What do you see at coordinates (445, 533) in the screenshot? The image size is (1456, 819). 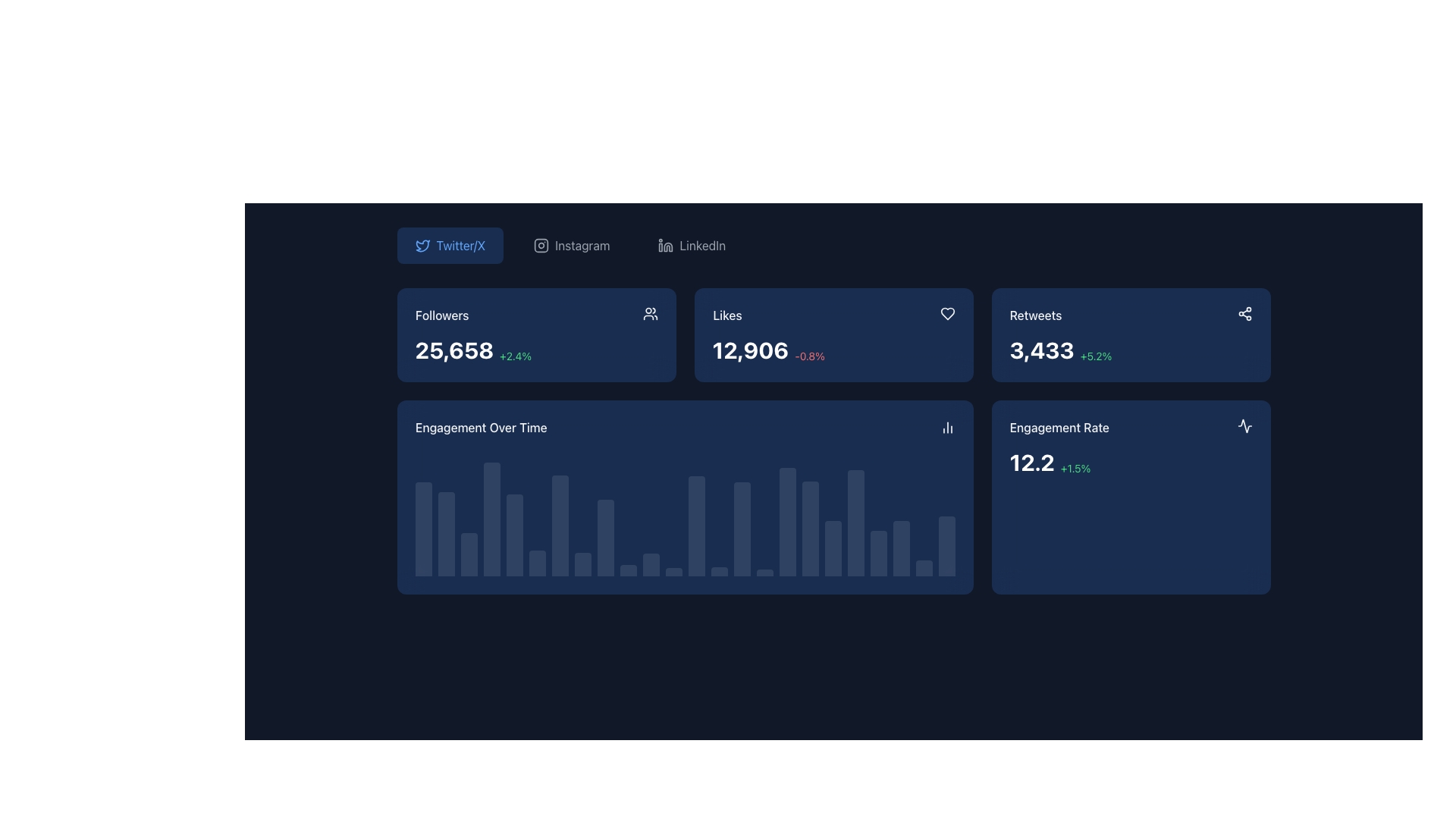 I see `the second vertical bar` at bounding box center [445, 533].